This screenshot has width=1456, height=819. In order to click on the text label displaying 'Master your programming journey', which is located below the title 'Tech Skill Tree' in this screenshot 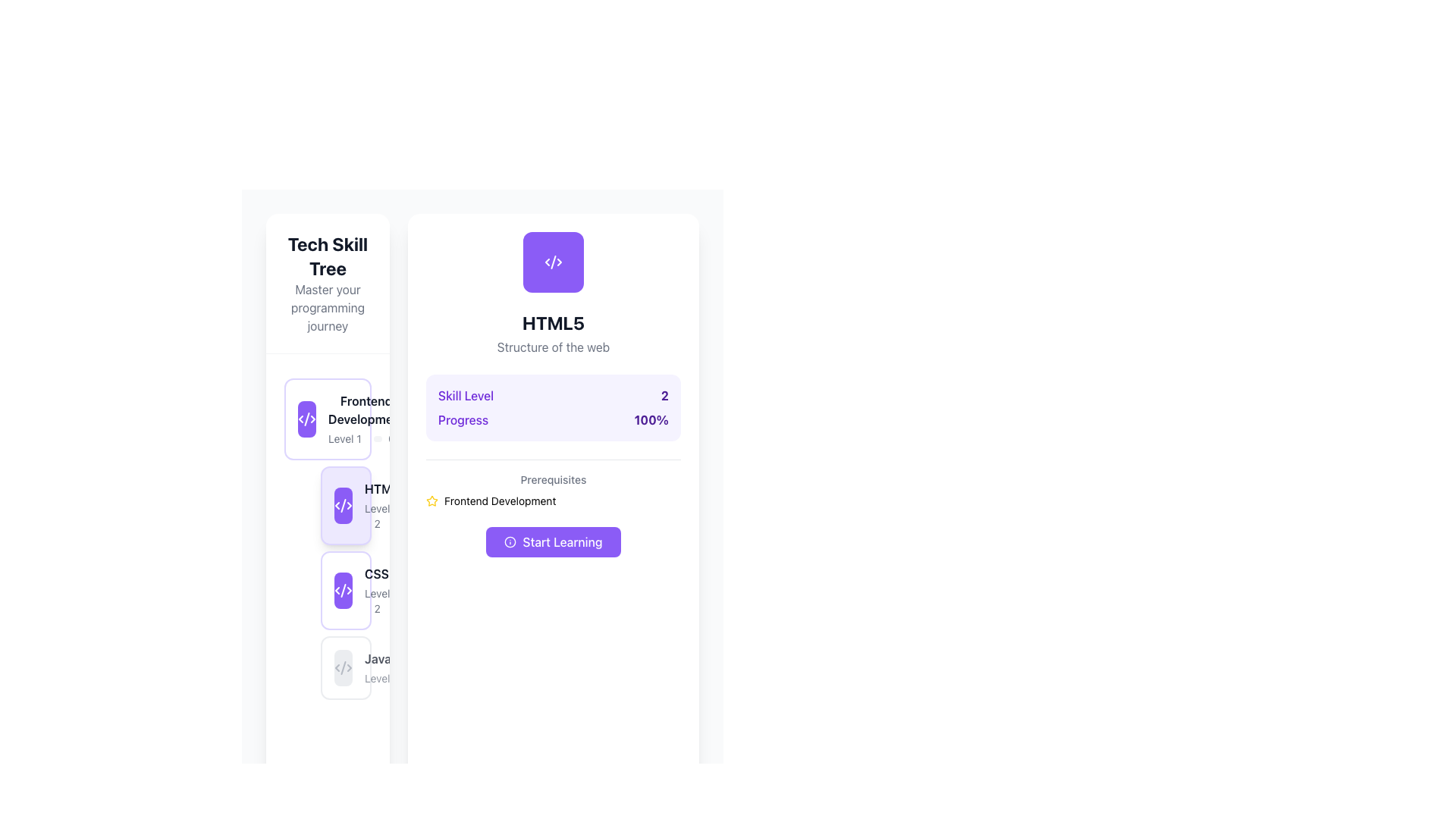, I will do `click(327, 307)`.